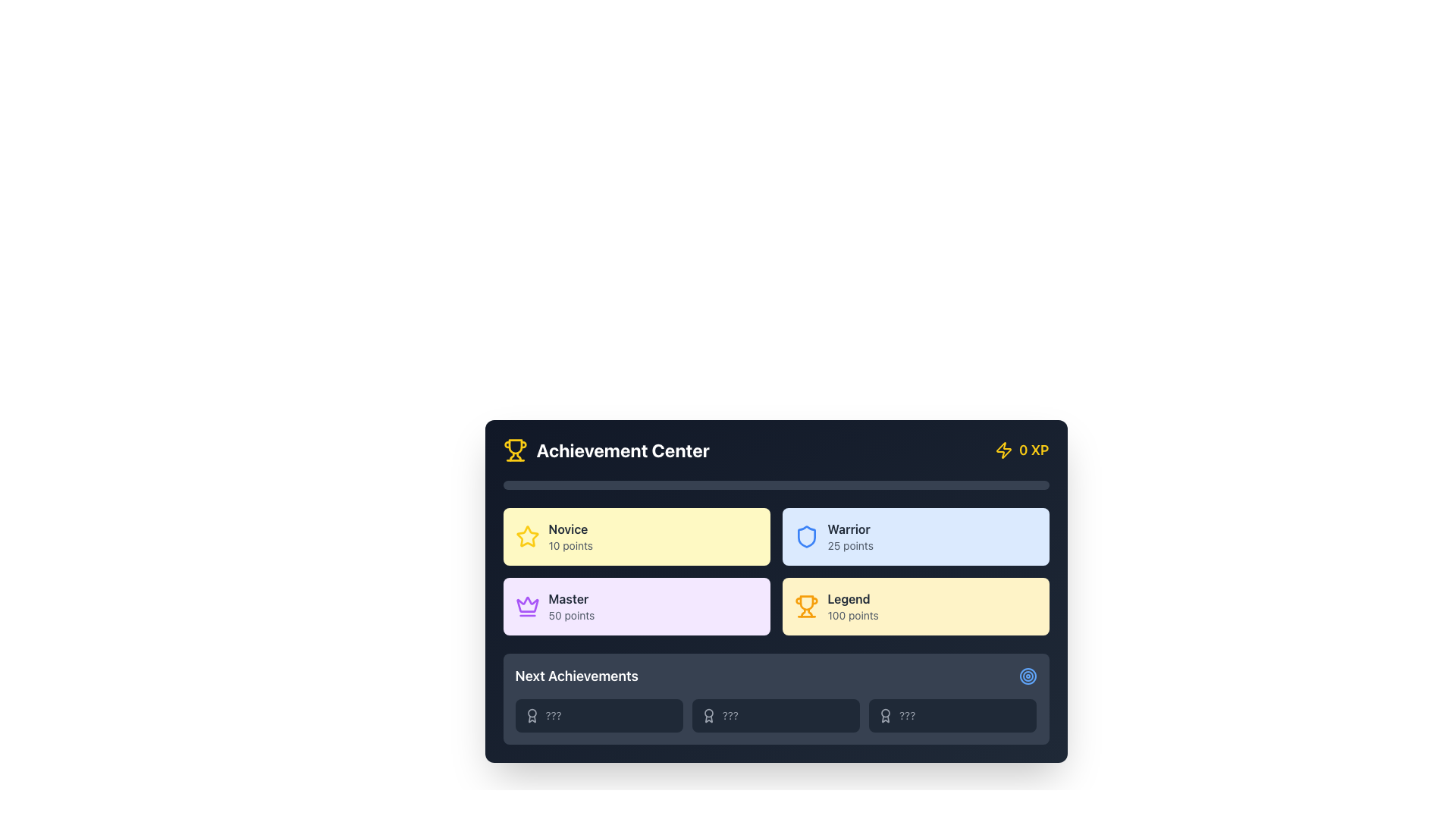 This screenshot has height=819, width=1456. What do you see at coordinates (576, 675) in the screenshot?
I see `the 'Next Achievements' text label, which is bold and white on a dark background, located in the lower section of the interface` at bounding box center [576, 675].